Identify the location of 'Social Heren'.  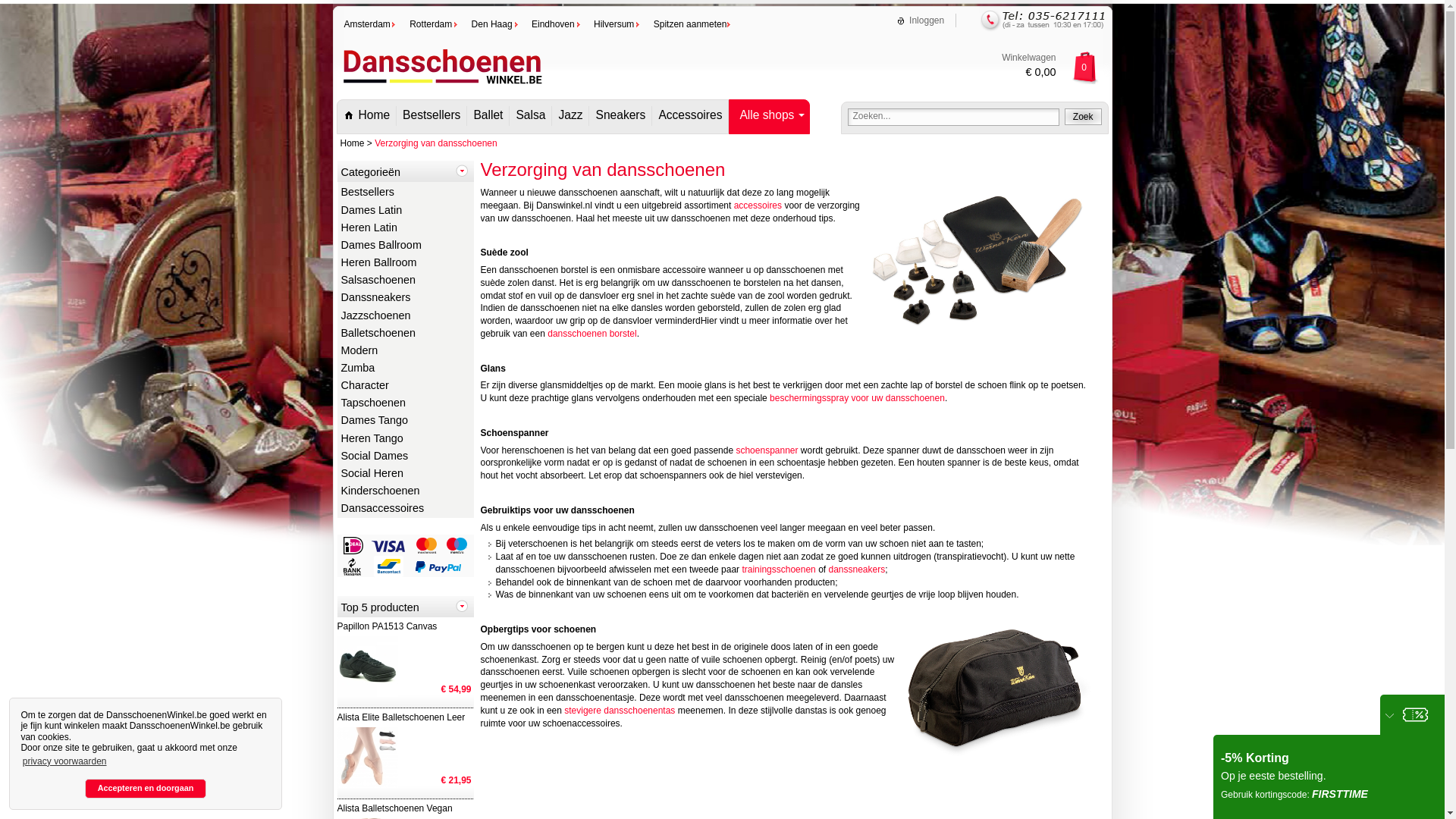
(404, 473).